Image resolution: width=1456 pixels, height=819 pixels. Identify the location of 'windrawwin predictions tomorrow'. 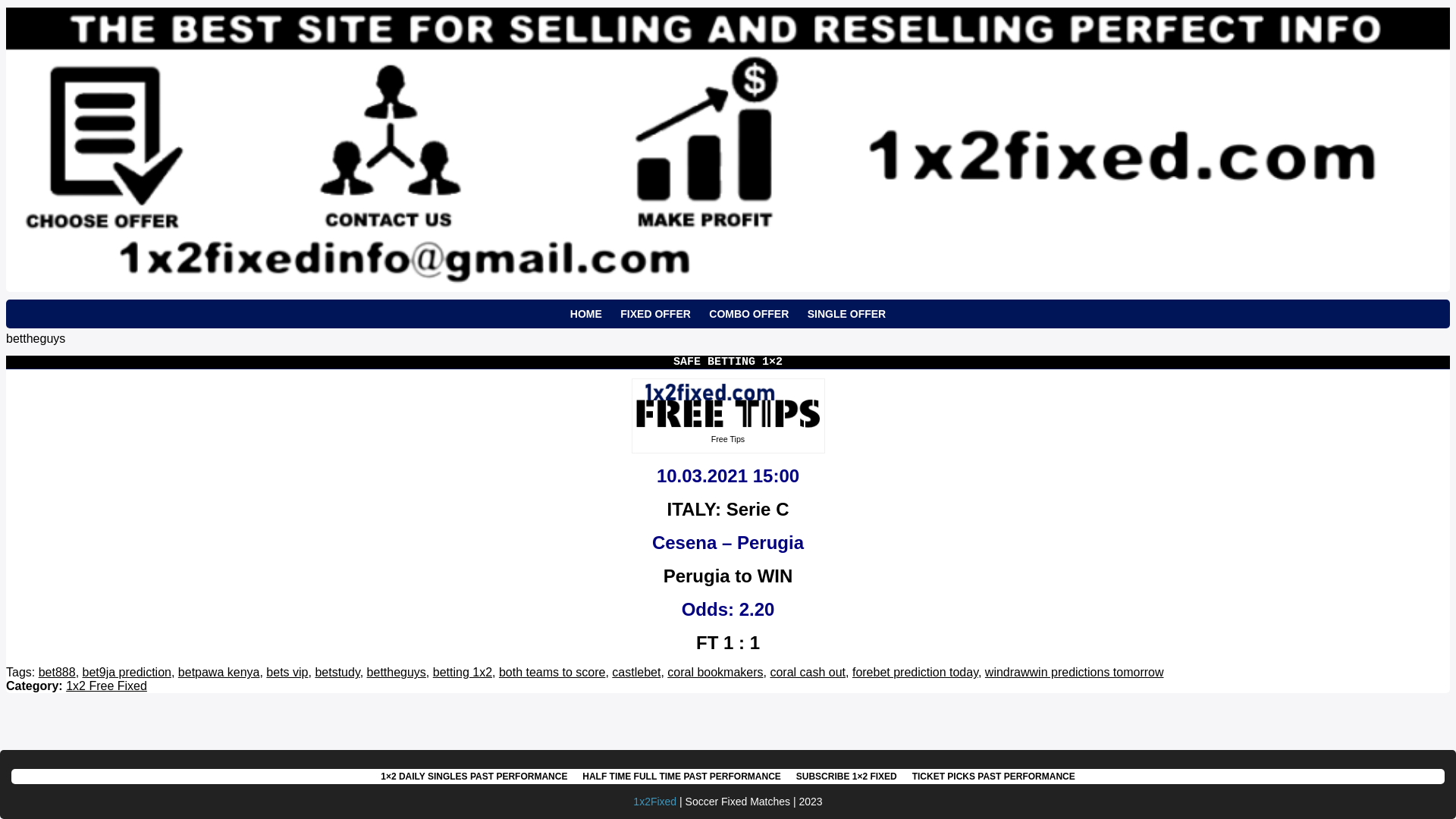
(1073, 671).